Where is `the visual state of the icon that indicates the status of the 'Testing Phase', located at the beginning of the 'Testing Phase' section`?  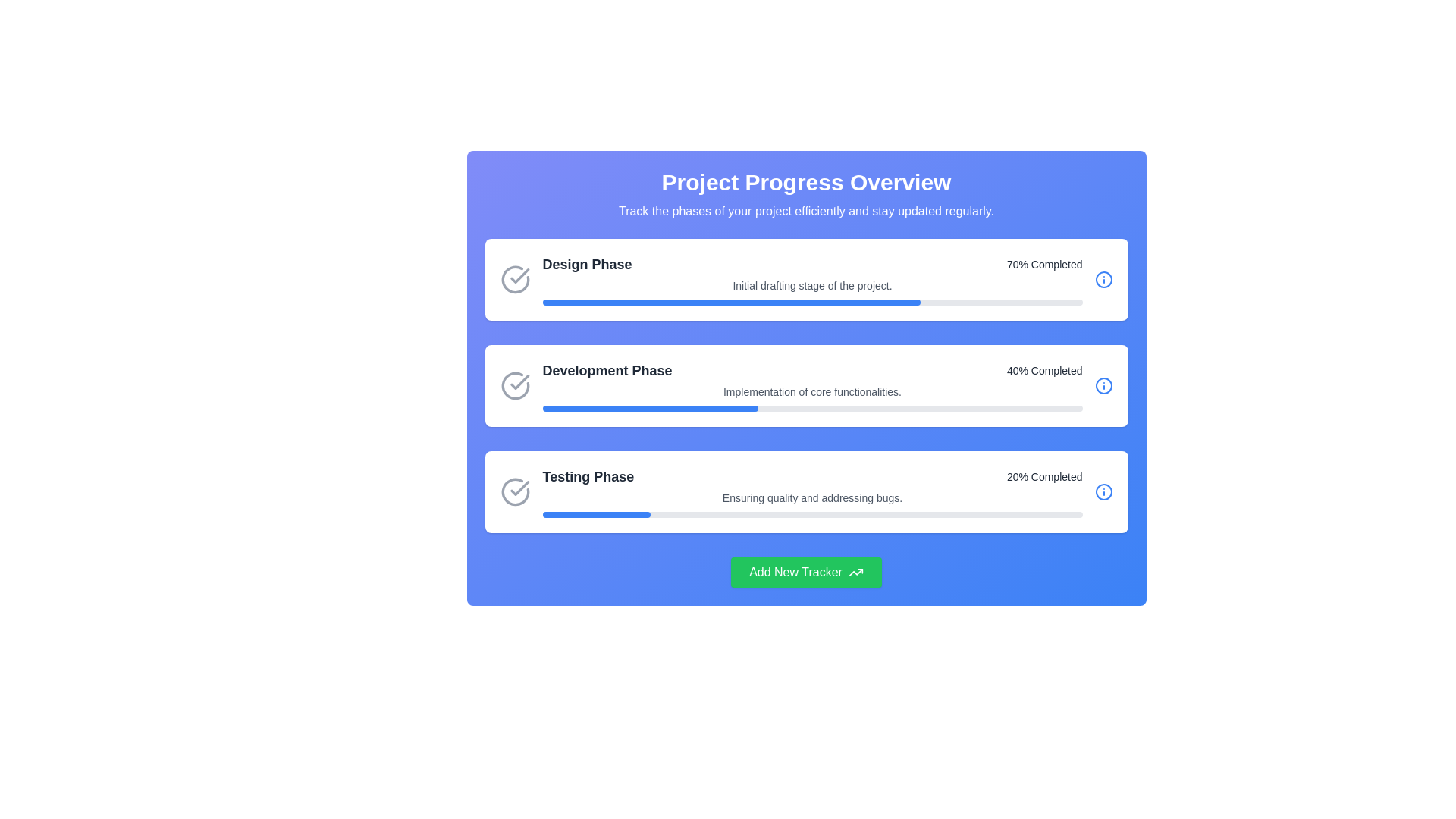
the visual state of the icon that indicates the status of the 'Testing Phase', located at the beginning of the 'Testing Phase' section is located at coordinates (515, 491).